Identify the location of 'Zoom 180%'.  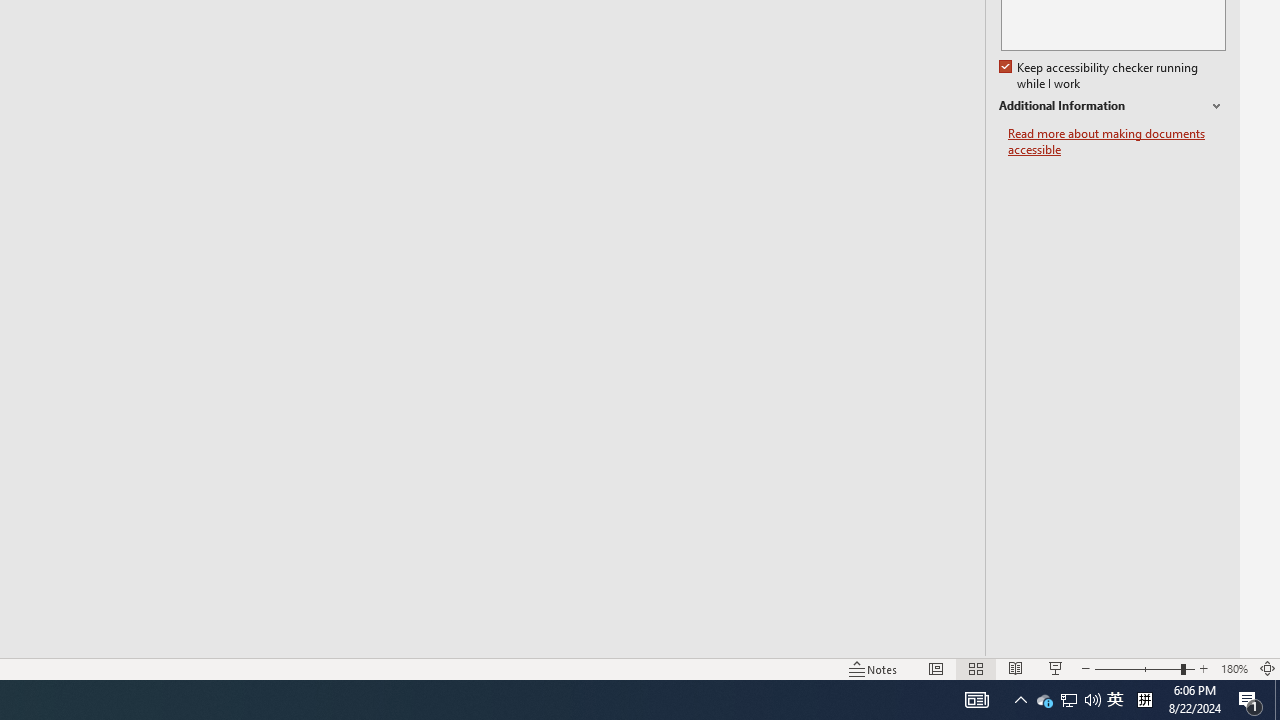
(1233, 669).